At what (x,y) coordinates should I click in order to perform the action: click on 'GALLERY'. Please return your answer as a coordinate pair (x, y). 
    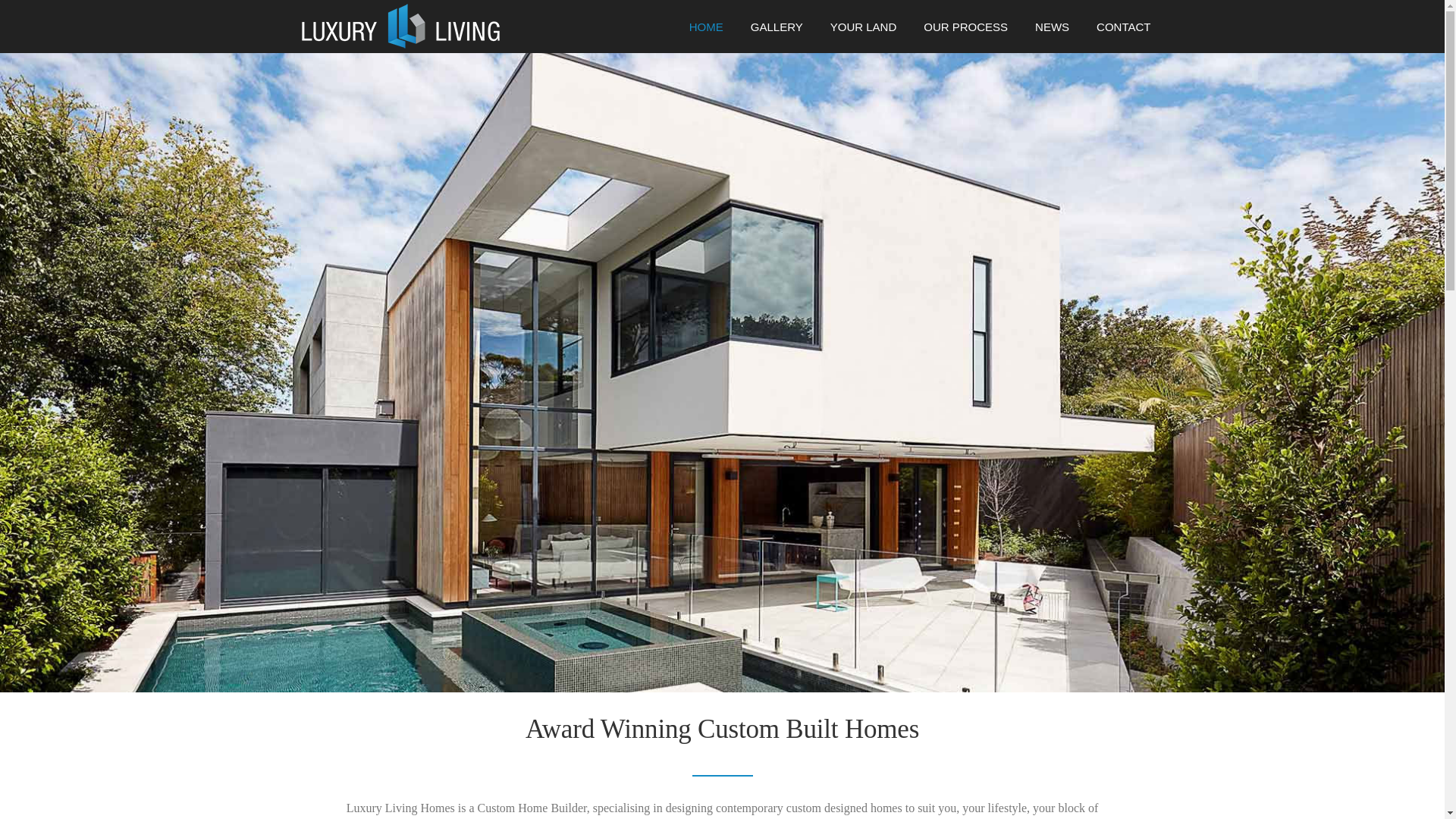
    Looking at the image, I should click on (736, 33).